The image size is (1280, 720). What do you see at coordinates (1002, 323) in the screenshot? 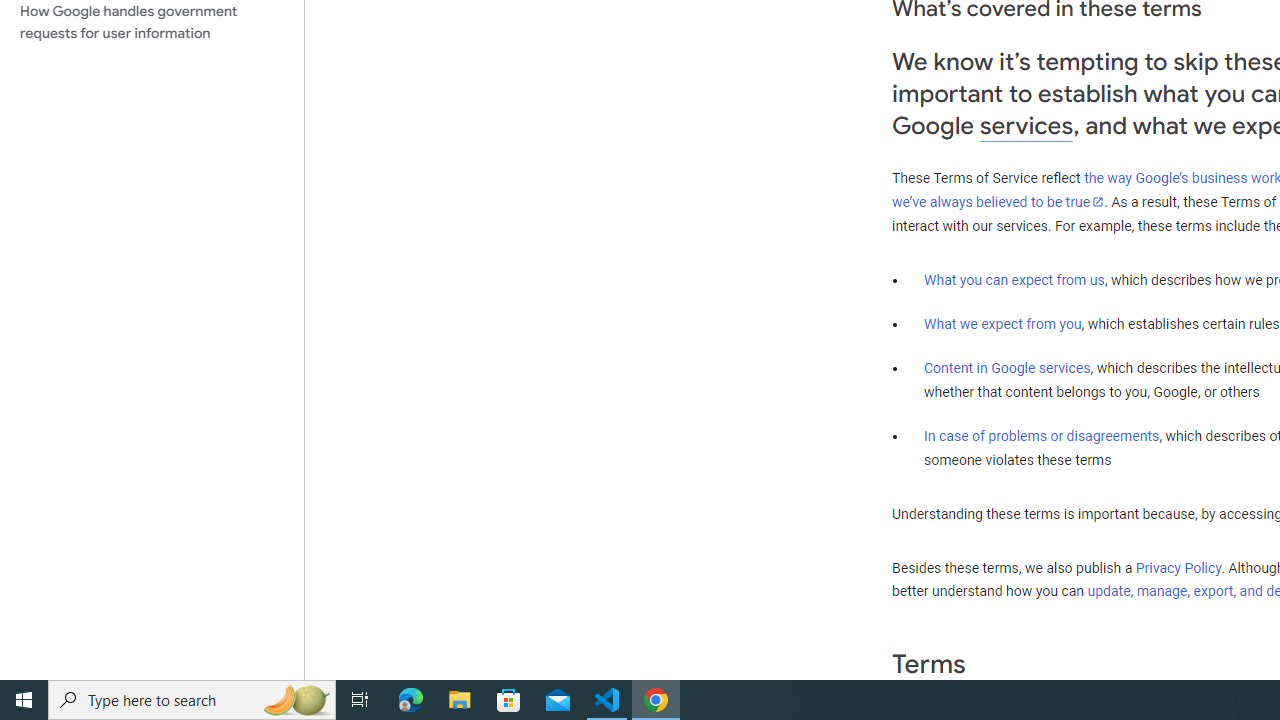
I see `'What we expect from you'` at bounding box center [1002, 323].